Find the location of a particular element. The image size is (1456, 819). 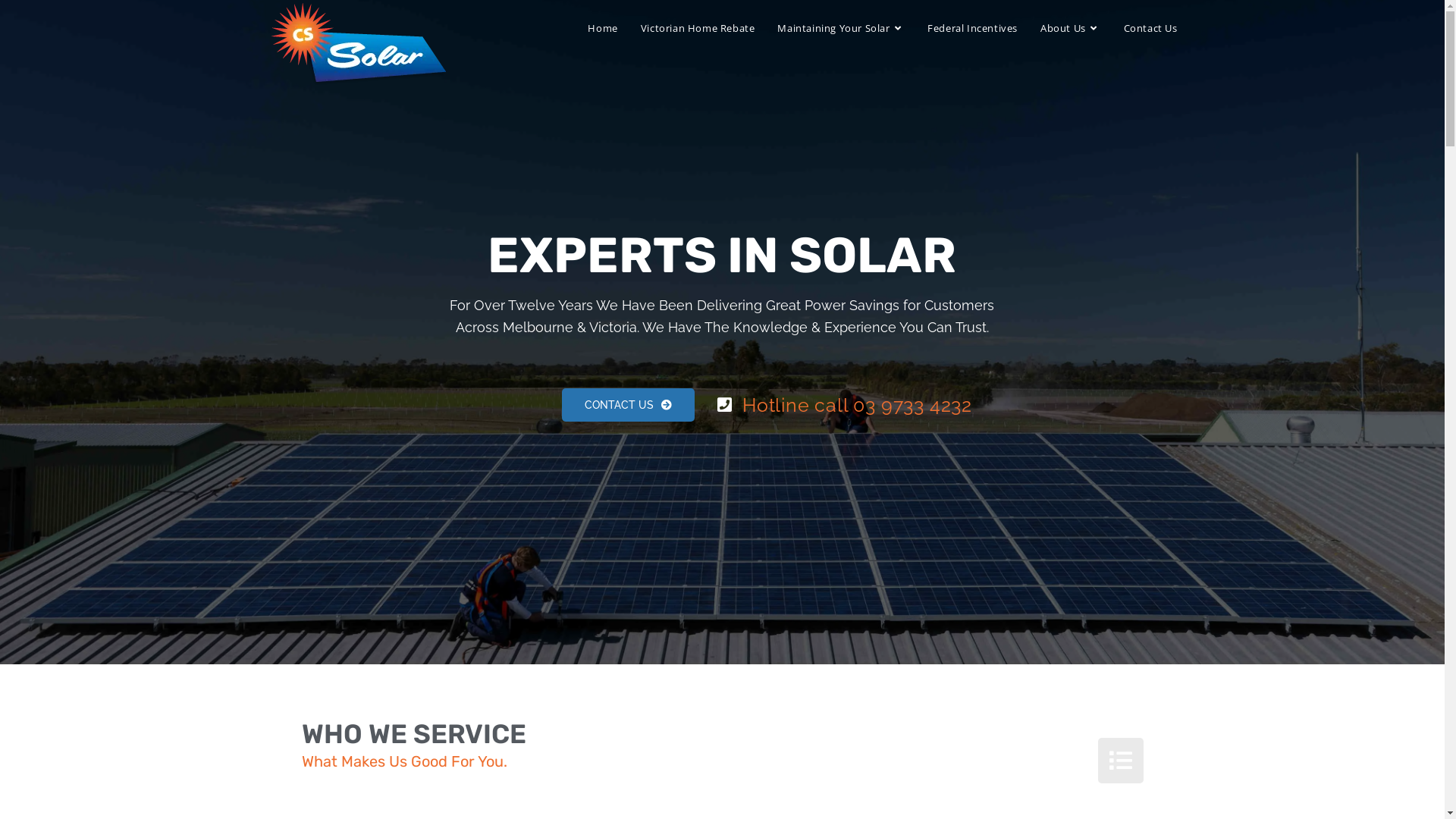

'Maintaining Your Solar' is located at coordinates (839, 28).